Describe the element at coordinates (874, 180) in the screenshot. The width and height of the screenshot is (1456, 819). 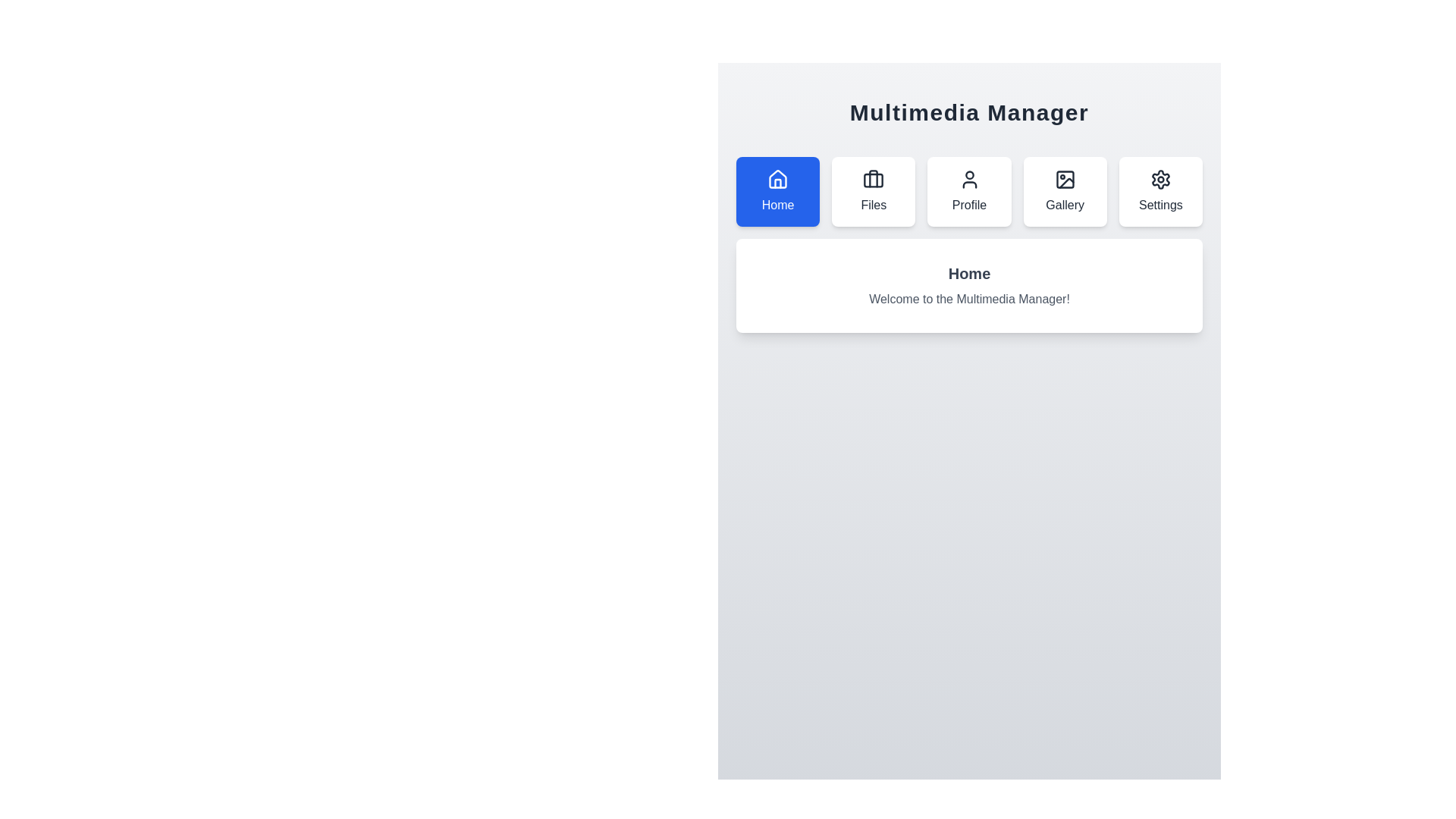
I see `the bottom rectangular component of the 'briefcase' icon representing 'Files' in the menu icons below the 'Multimedia Manager' title` at that location.